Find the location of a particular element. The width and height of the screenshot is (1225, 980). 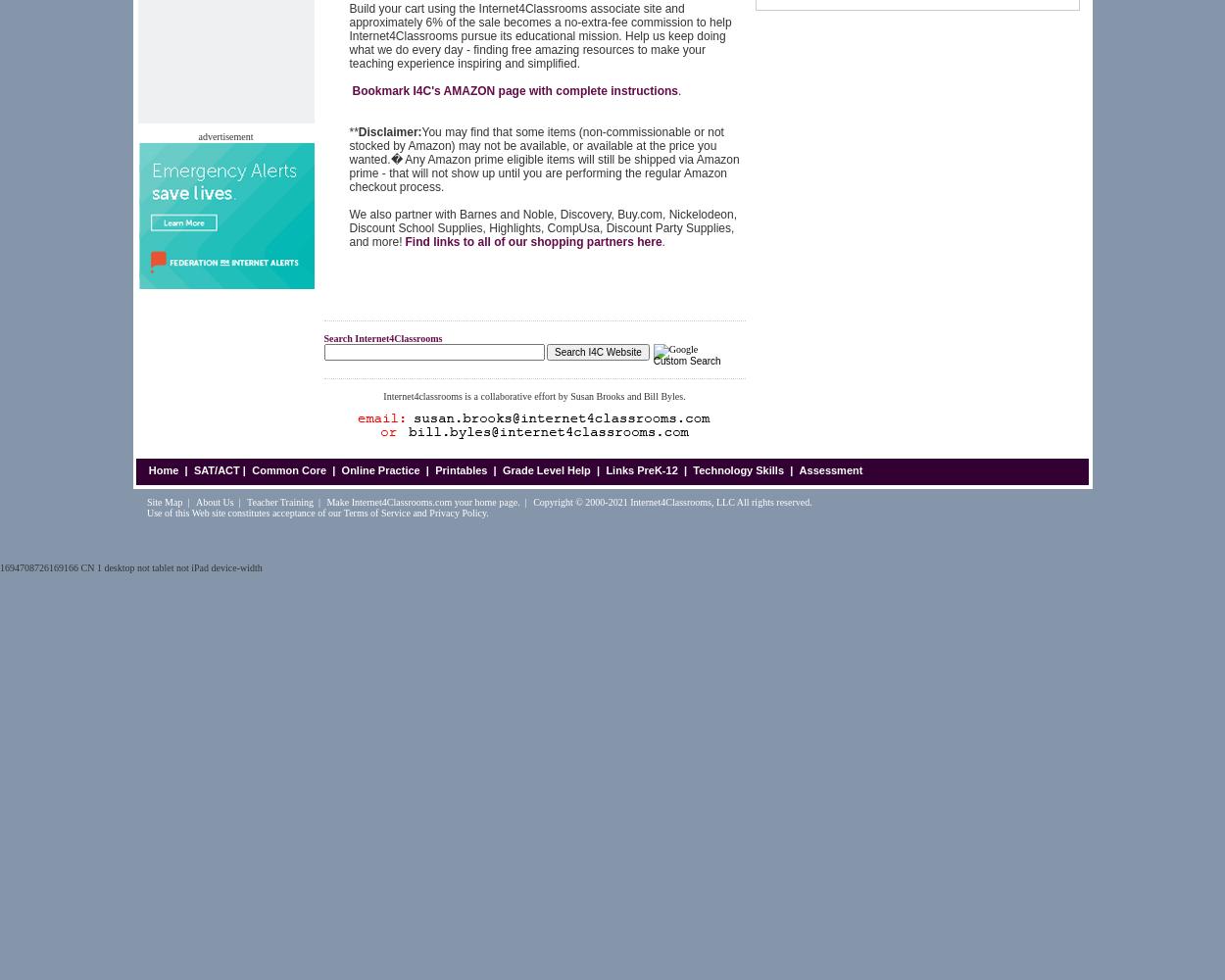

'Bookmark I4C's AMAZON page with complete instructions' is located at coordinates (514, 90).